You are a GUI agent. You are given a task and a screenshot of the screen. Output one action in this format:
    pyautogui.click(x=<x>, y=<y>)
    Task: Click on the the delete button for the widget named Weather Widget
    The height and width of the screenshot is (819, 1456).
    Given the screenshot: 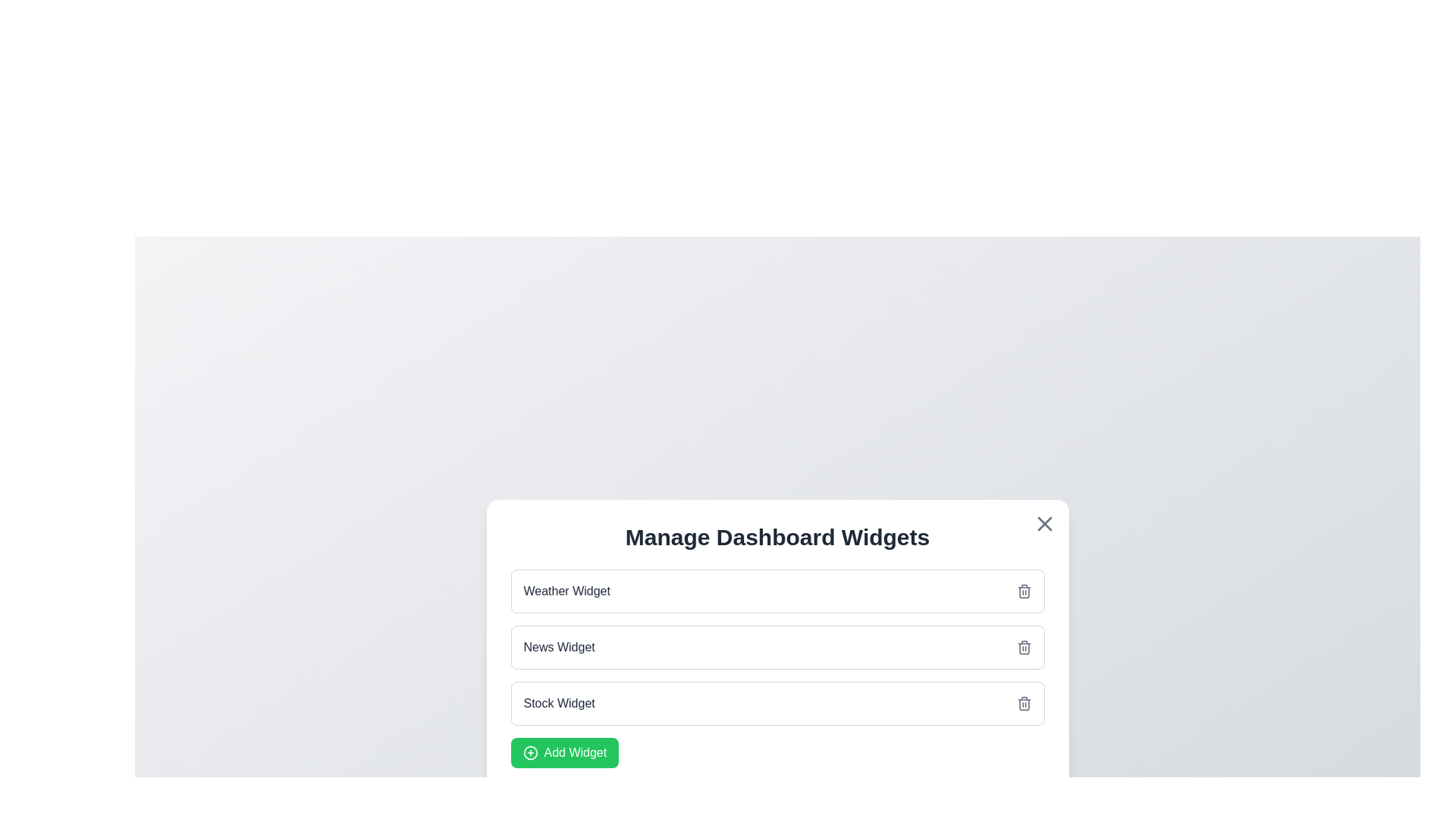 What is the action you would take?
    pyautogui.click(x=1024, y=590)
    